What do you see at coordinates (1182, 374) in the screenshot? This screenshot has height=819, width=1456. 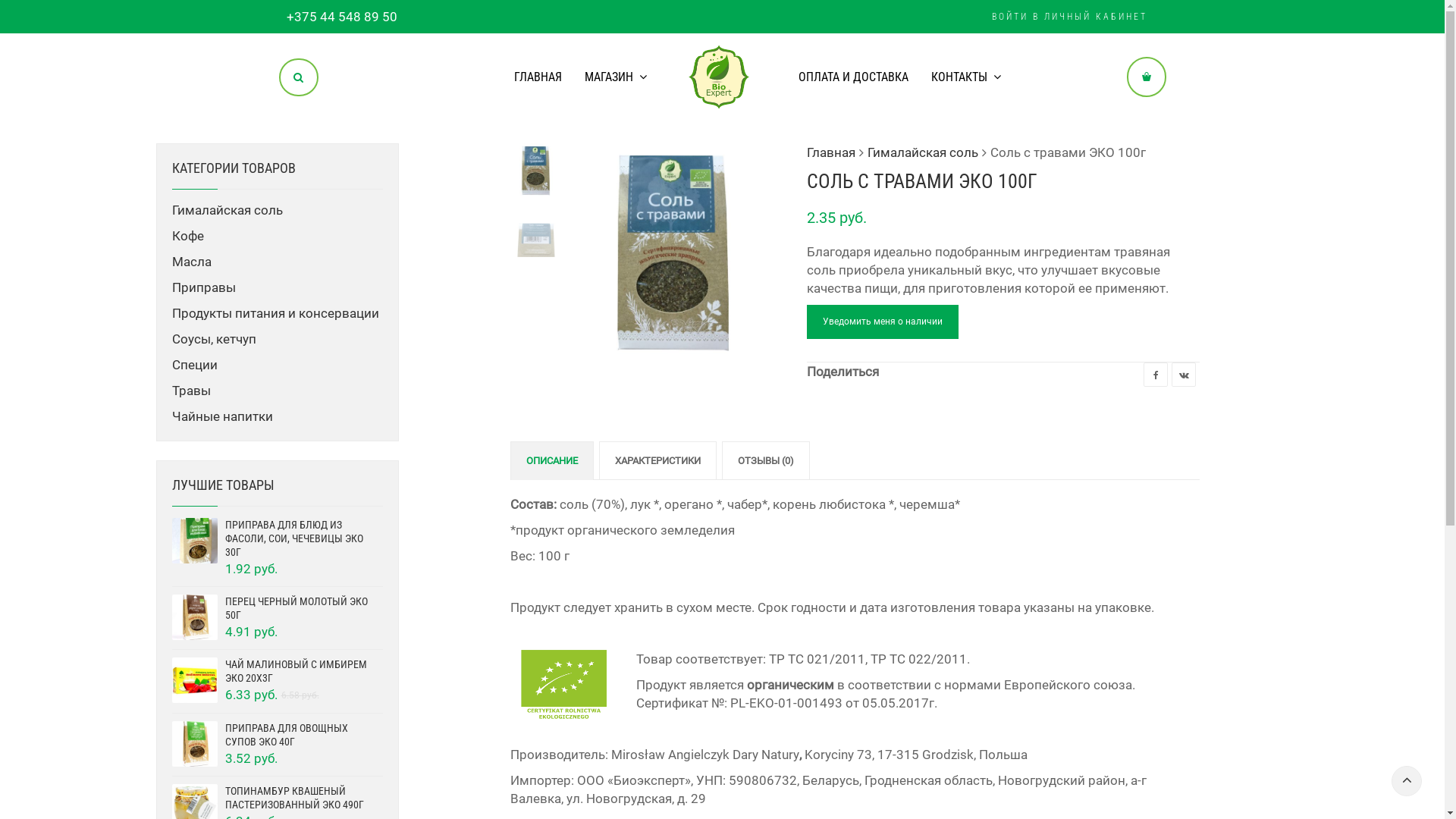 I see `'VK'` at bounding box center [1182, 374].